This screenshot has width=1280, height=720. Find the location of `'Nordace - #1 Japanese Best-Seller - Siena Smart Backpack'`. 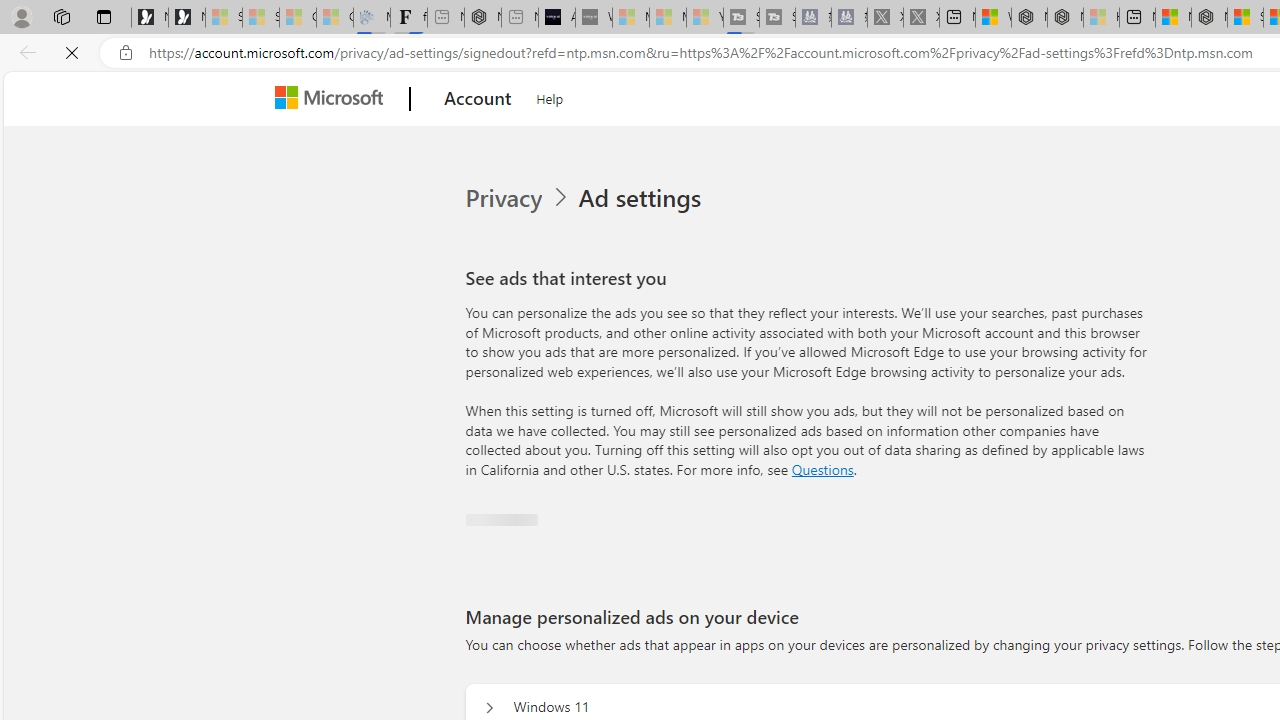

'Nordace - #1 Japanese Best-Seller - Siena Smart Backpack' is located at coordinates (482, 17).